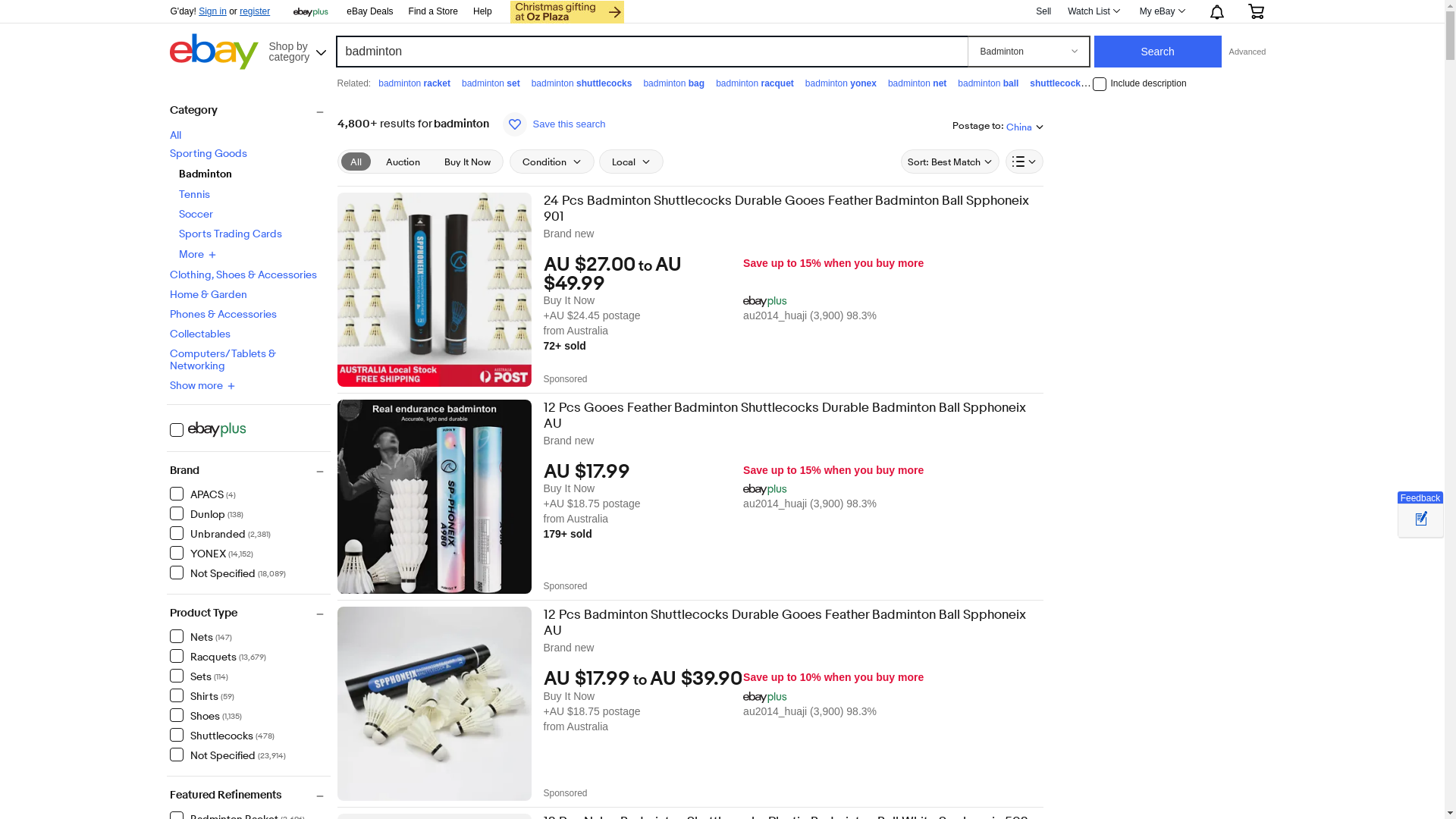 This screenshot has width=1456, height=819. I want to click on 'Soccer', so click(178, 213).